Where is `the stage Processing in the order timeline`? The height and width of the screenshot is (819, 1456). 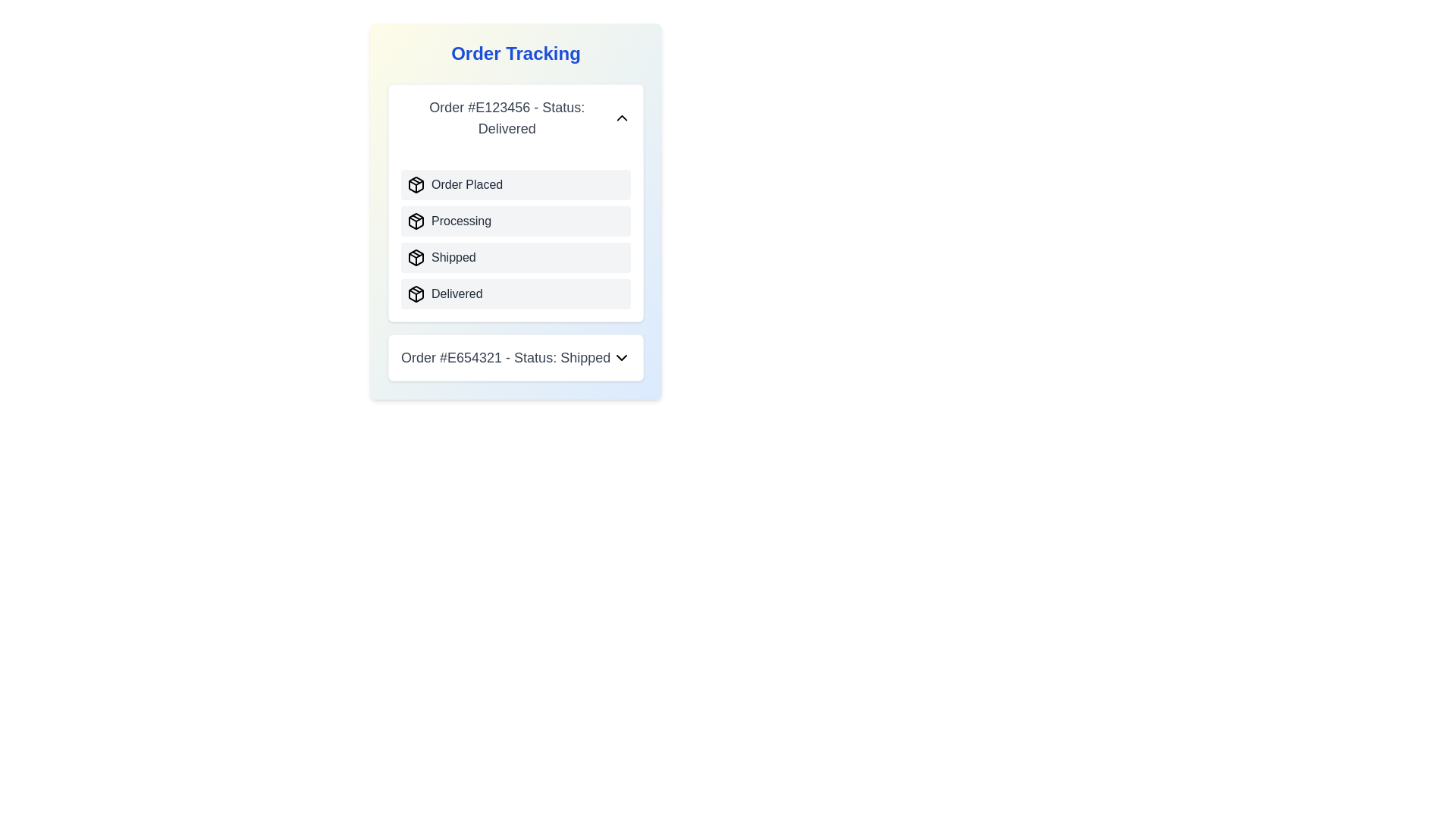 the stage Processing in the order timeline is located at coordinates (416, 221).